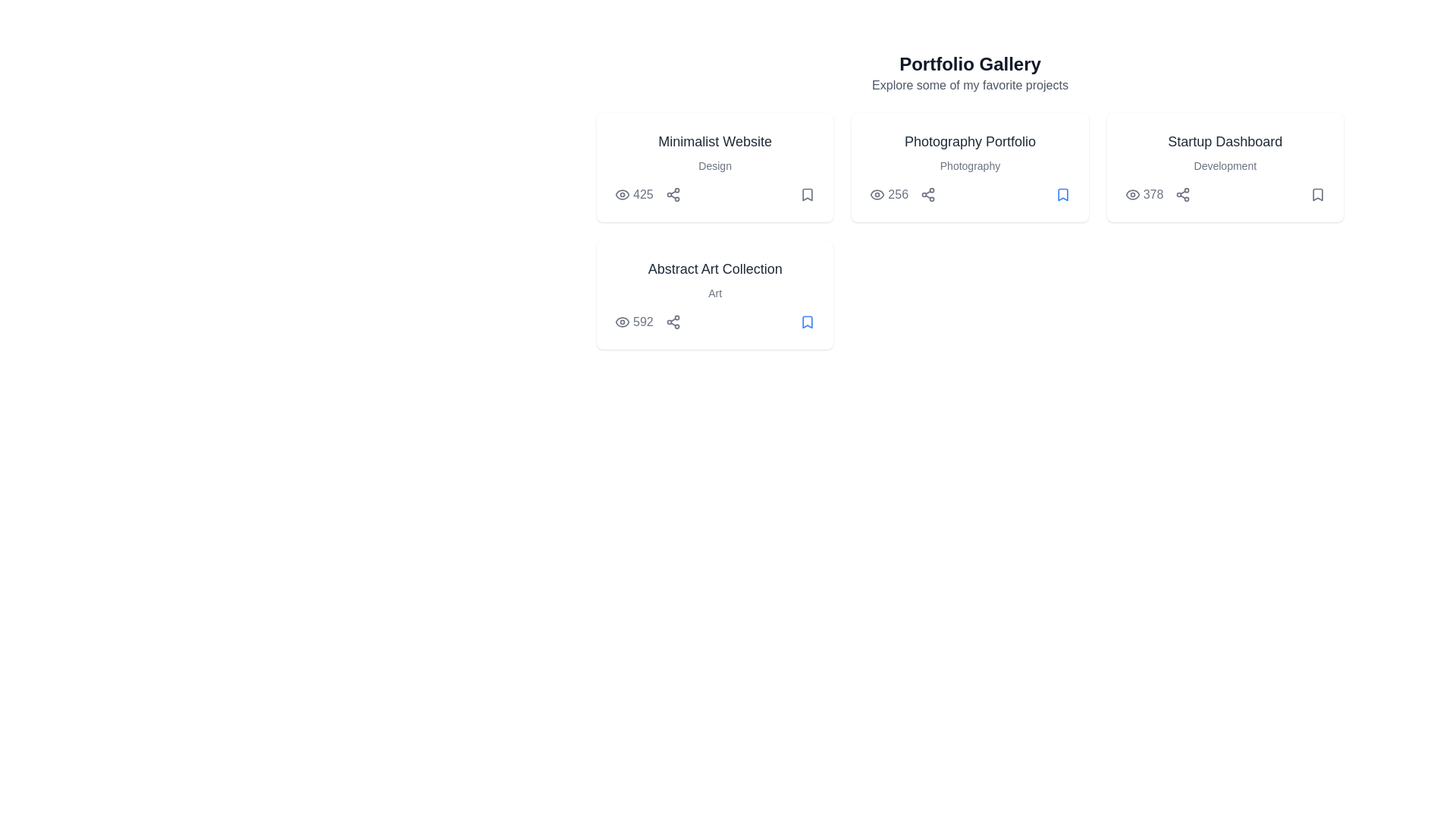 The image size is (1456, 819). What do you see at coordinates (714, 295) in the screenshot?
I see `the fourth project card located in the bottom-left section of the grid` at bounding box center [714, 295].